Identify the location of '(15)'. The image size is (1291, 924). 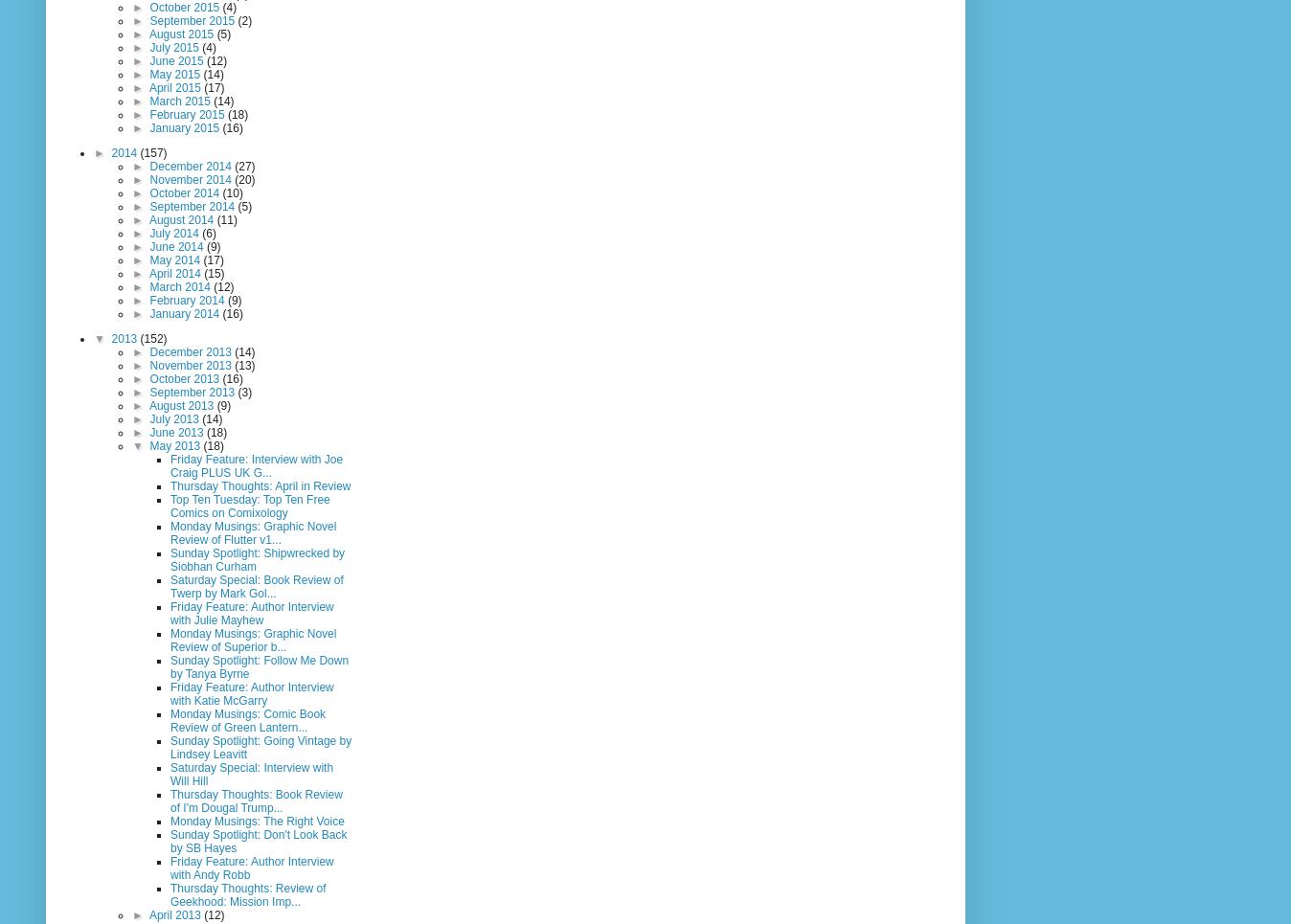
(214, 274).